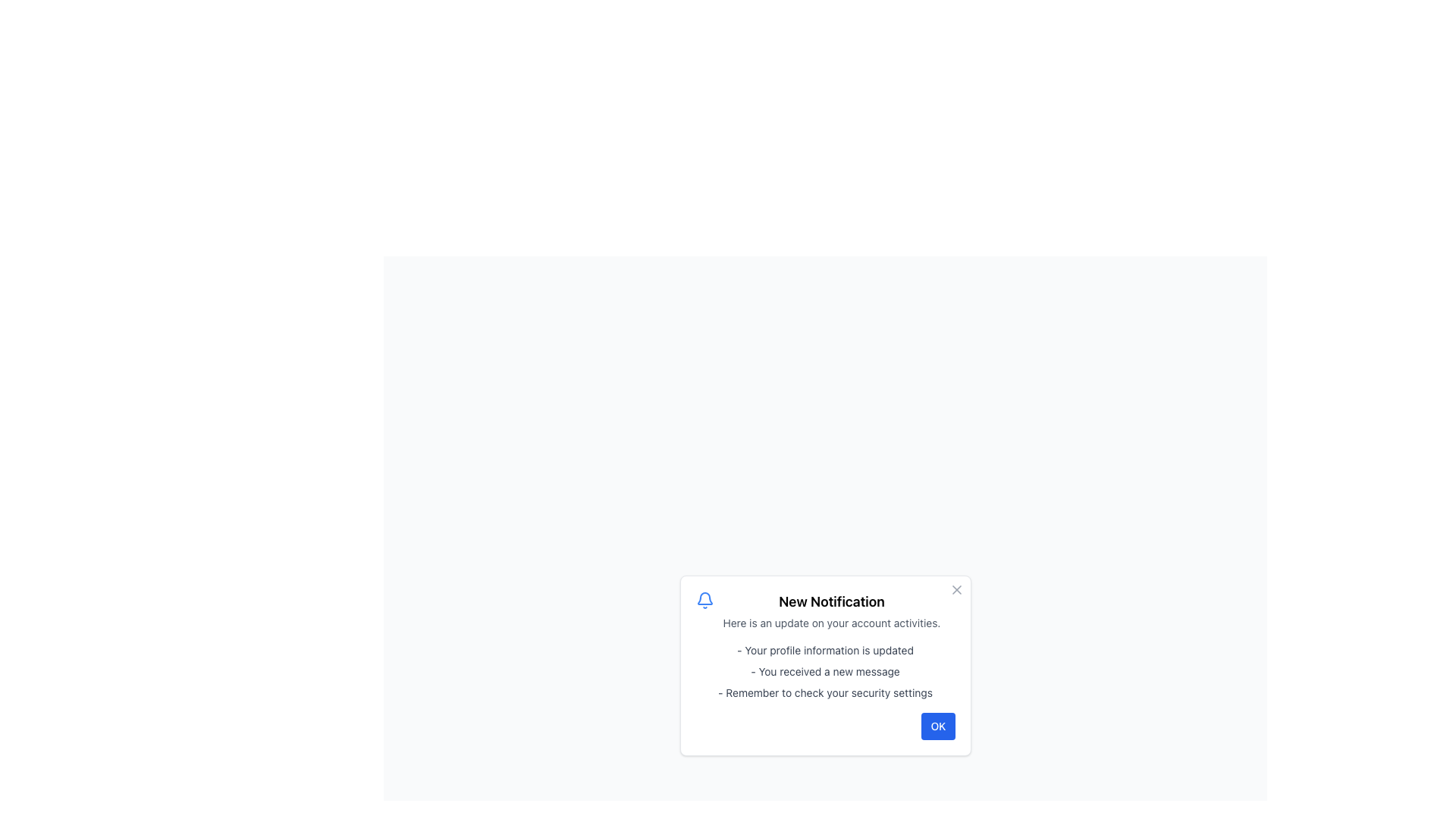 The image size is (1456, 819). What do you see at coordinates (704, 598) in the screenshot?
I see `the bell icon with a blue stroke located to the left of the 'New Notification' title in the modal dialog box` at bounding box center [704, 598].